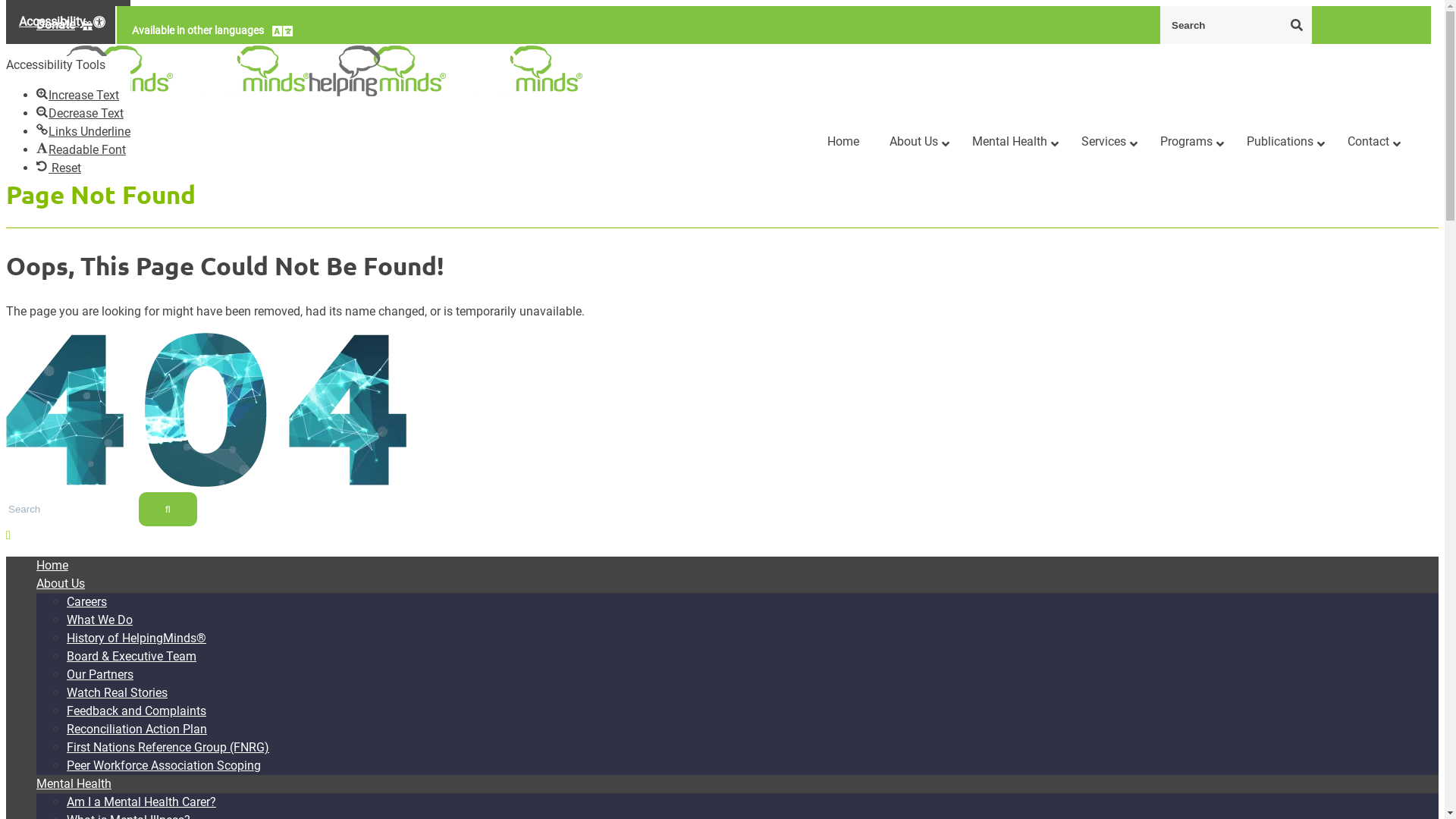 The width and height of the screenshot is (1456, 819). What do you see at coordinates (104, 71) in the screenshot?
I see `'HelpingMinds'` at bounding box center [104, 71].